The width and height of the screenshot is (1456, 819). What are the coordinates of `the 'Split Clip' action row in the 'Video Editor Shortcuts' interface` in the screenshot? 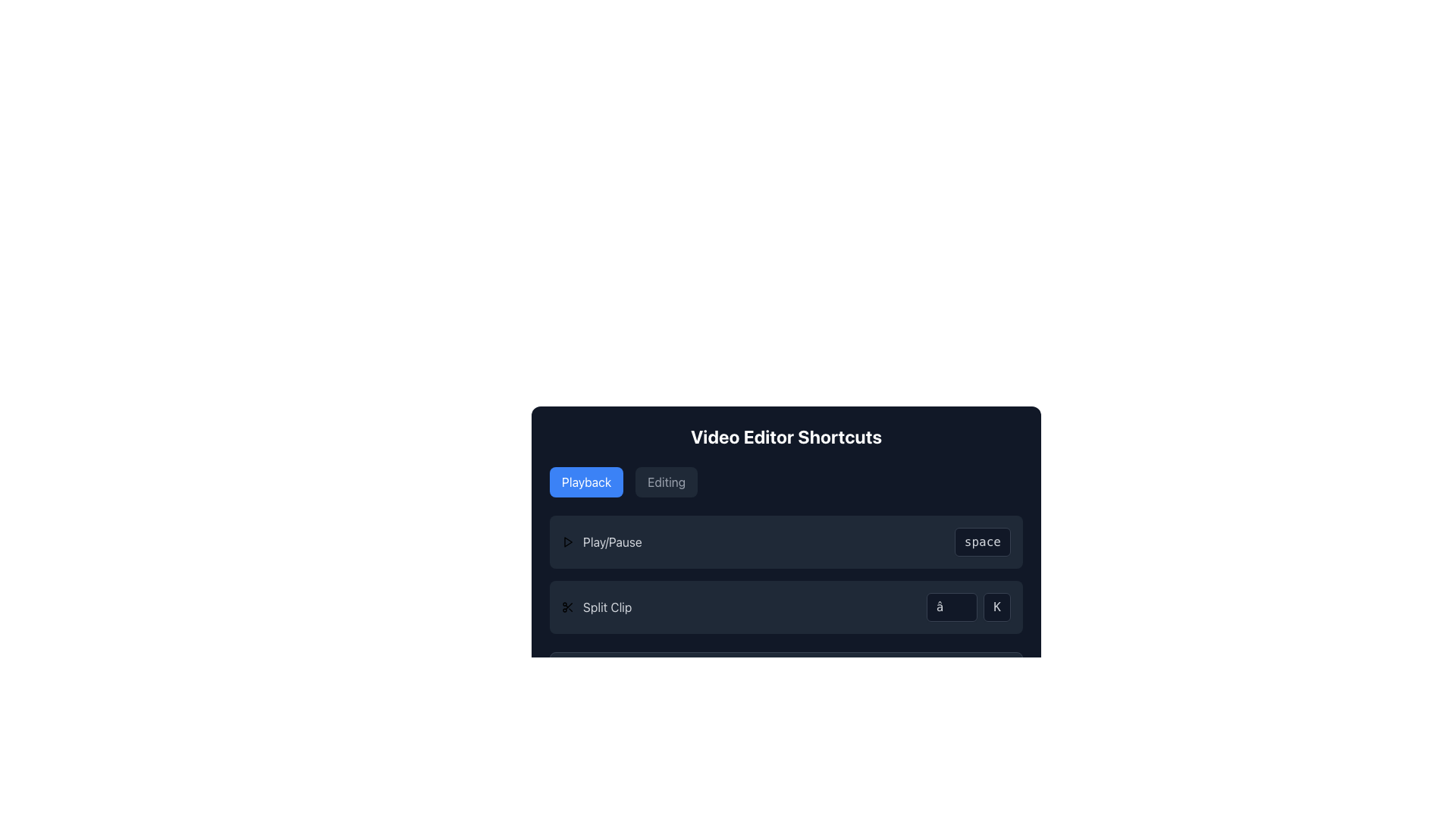 It's located at (786, 607).